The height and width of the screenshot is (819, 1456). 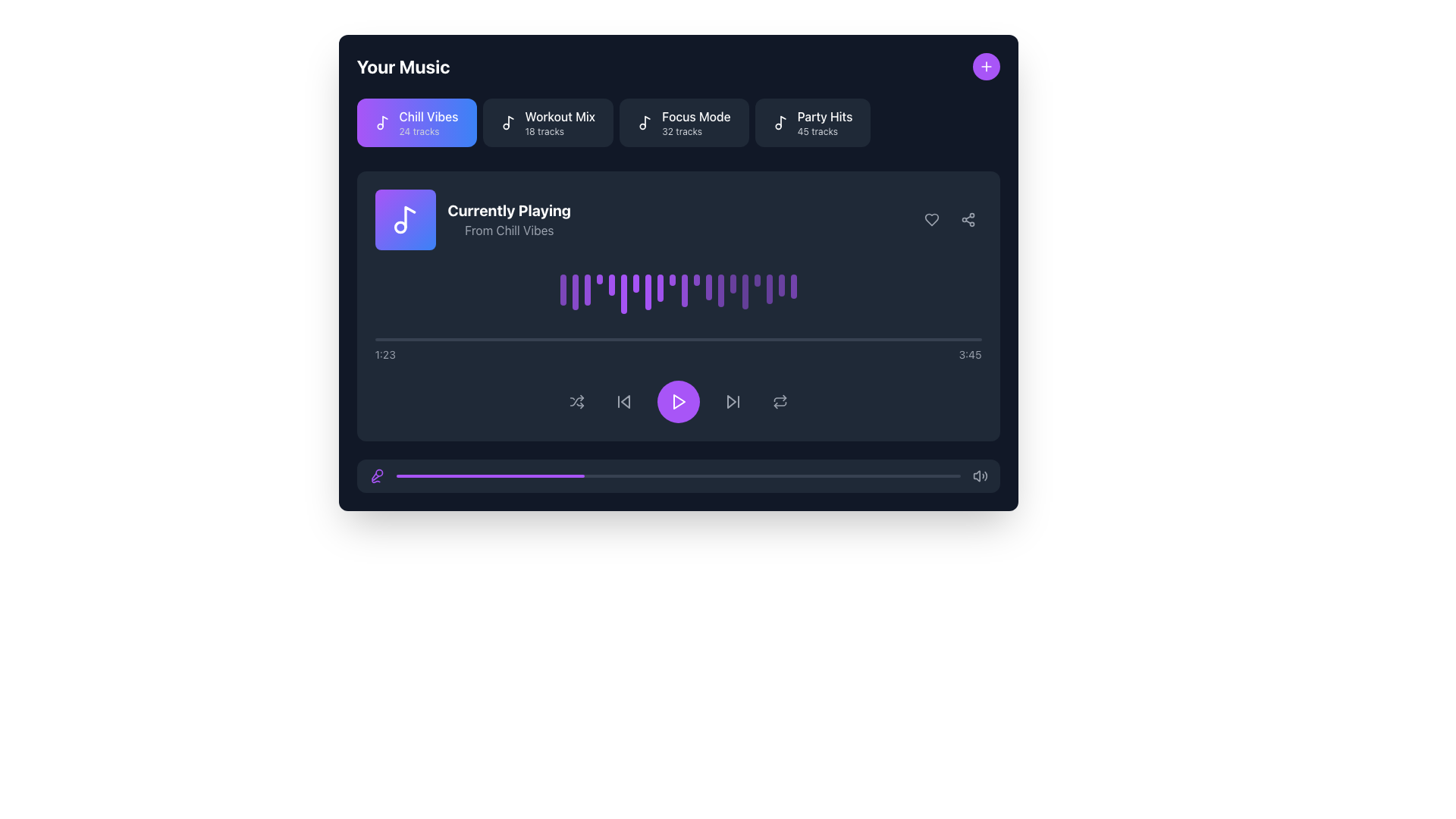 I want to click on text from the 'Currently Playing' label, which is a large, bold, white text displayed on a dark background, centrally positioned in the music playback section, so click(x=509, y=210).